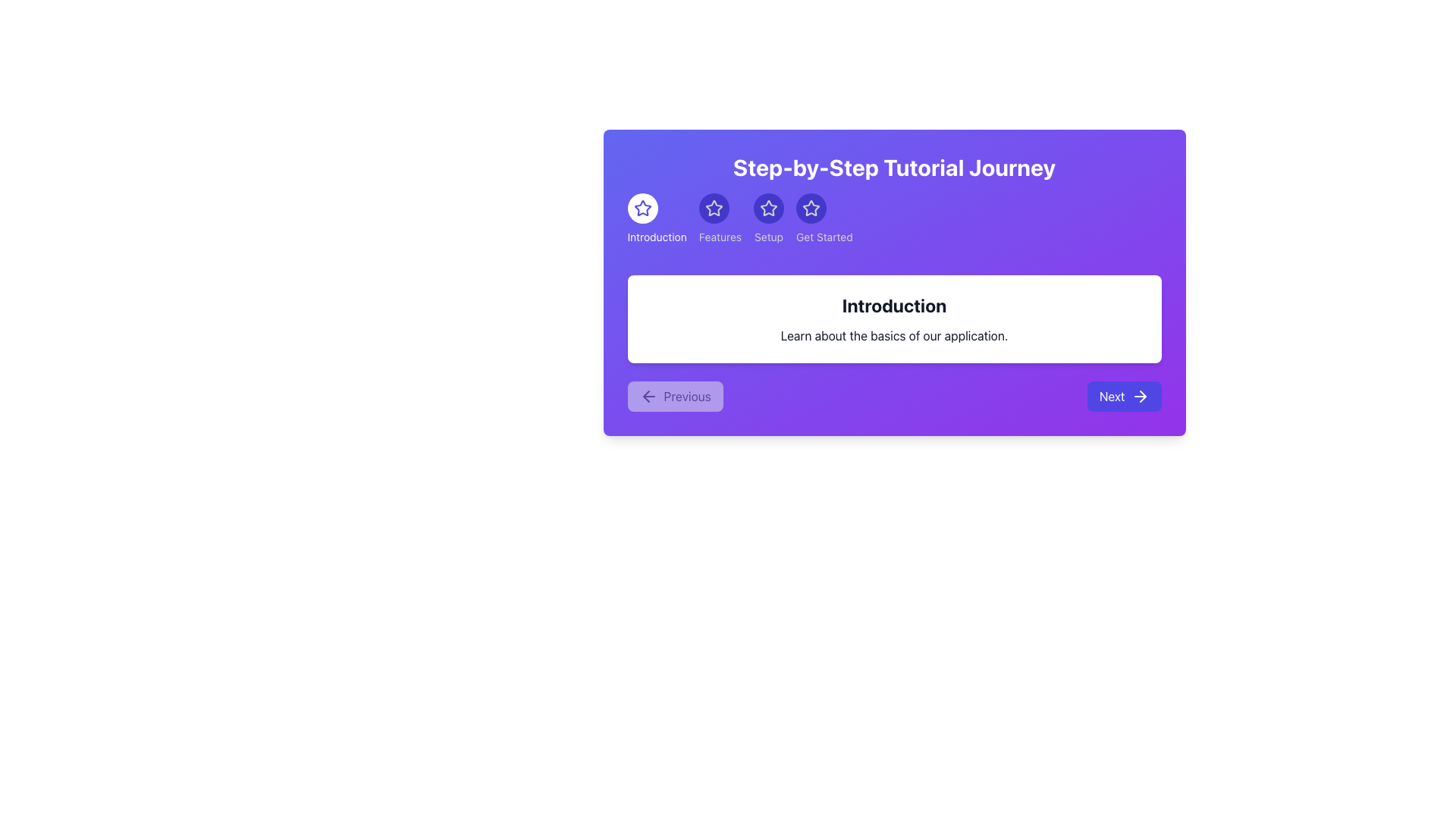  I want to click on the left-facing arrow icon within the 'Previous' button located at the bottom-left corner of the dialog box, so click(648, 396).